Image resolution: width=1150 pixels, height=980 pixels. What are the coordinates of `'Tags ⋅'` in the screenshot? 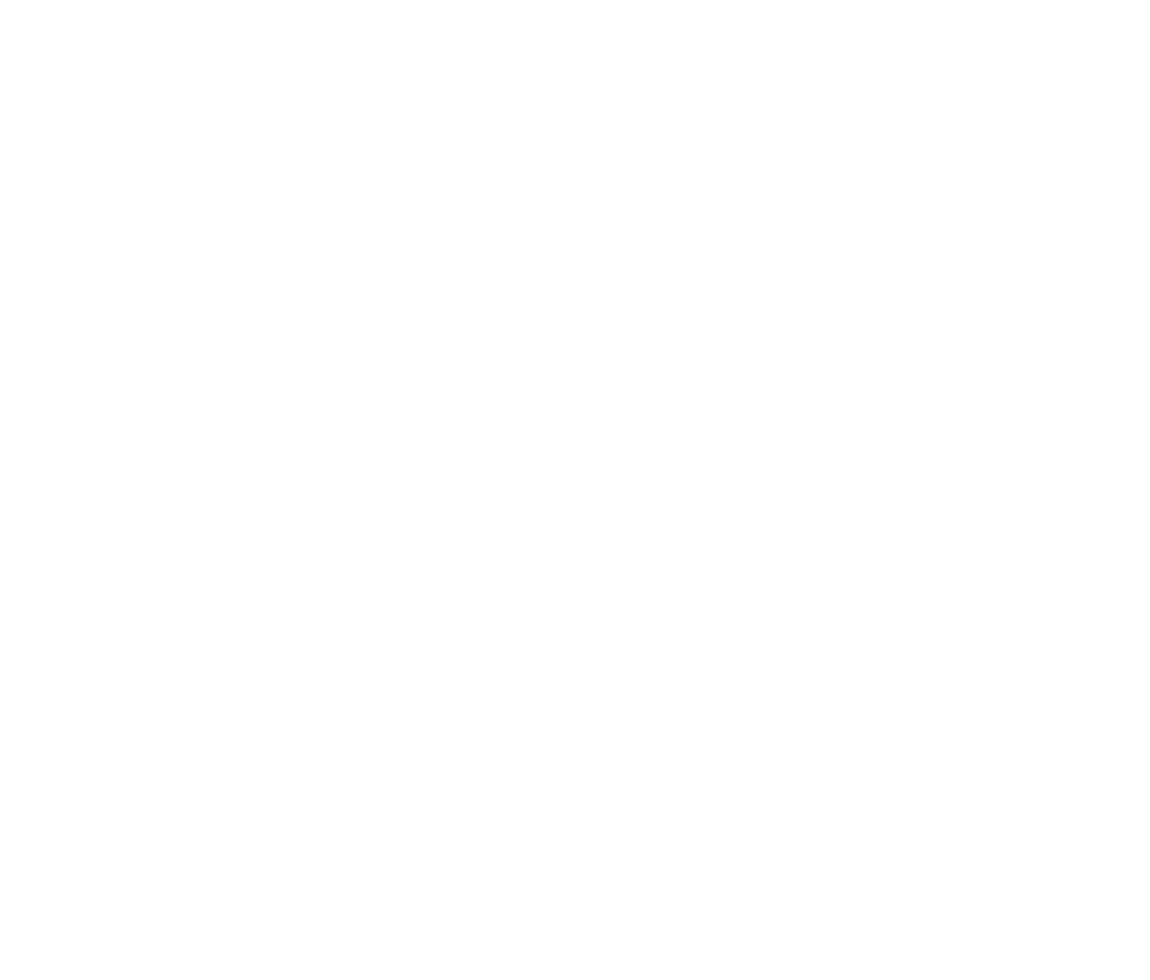 It's located at (50, 941).